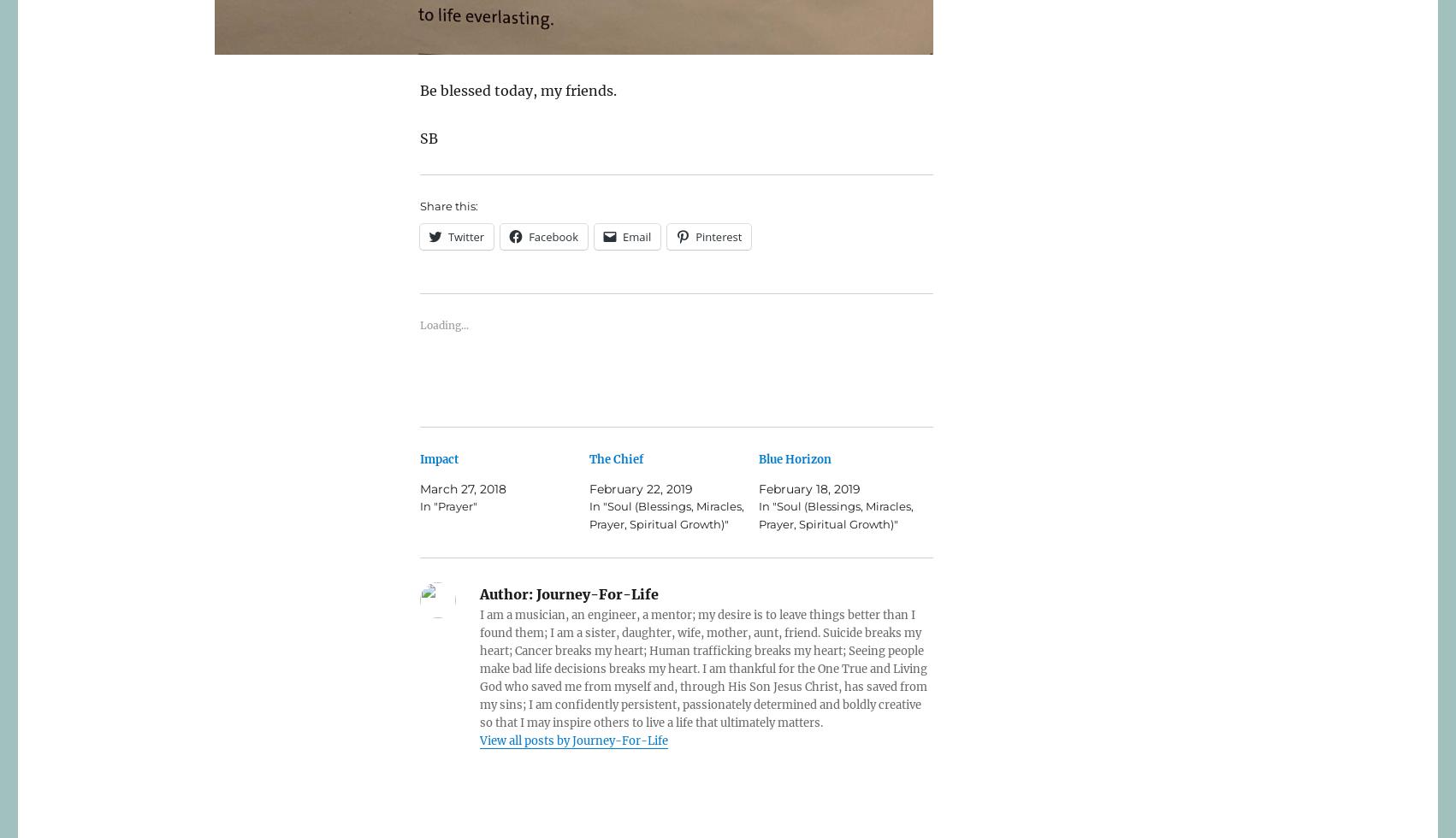 This screenshot has width=1456, height=838. I want to click on 'View all posts by Journey-For-Life', so click(478, 741).